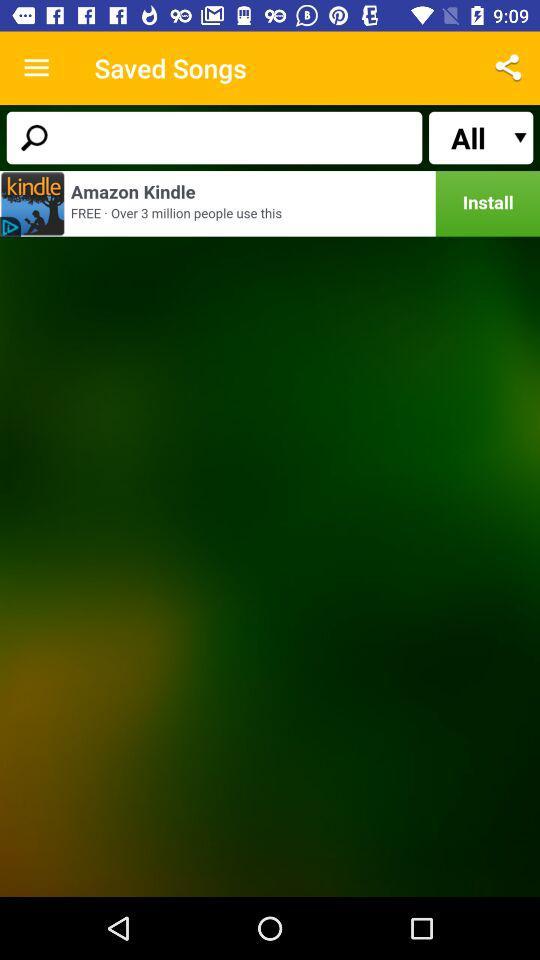 The width and height of the screenshot is (540, 960). What do you see at coordinates (213, 136) in the screenshot?
I see `search` at bounding box center [213, 136].